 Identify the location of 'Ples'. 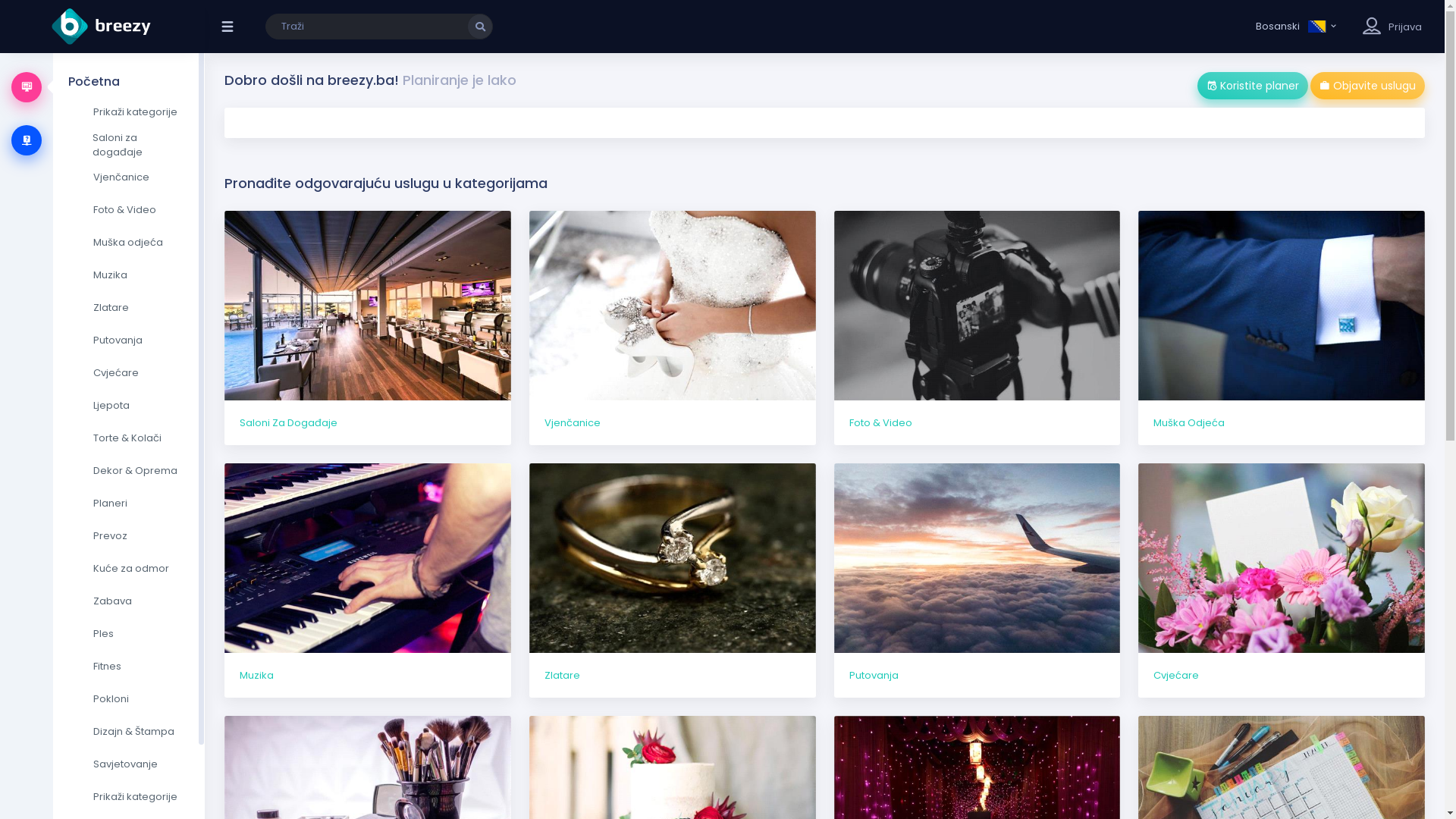
(128, 634).